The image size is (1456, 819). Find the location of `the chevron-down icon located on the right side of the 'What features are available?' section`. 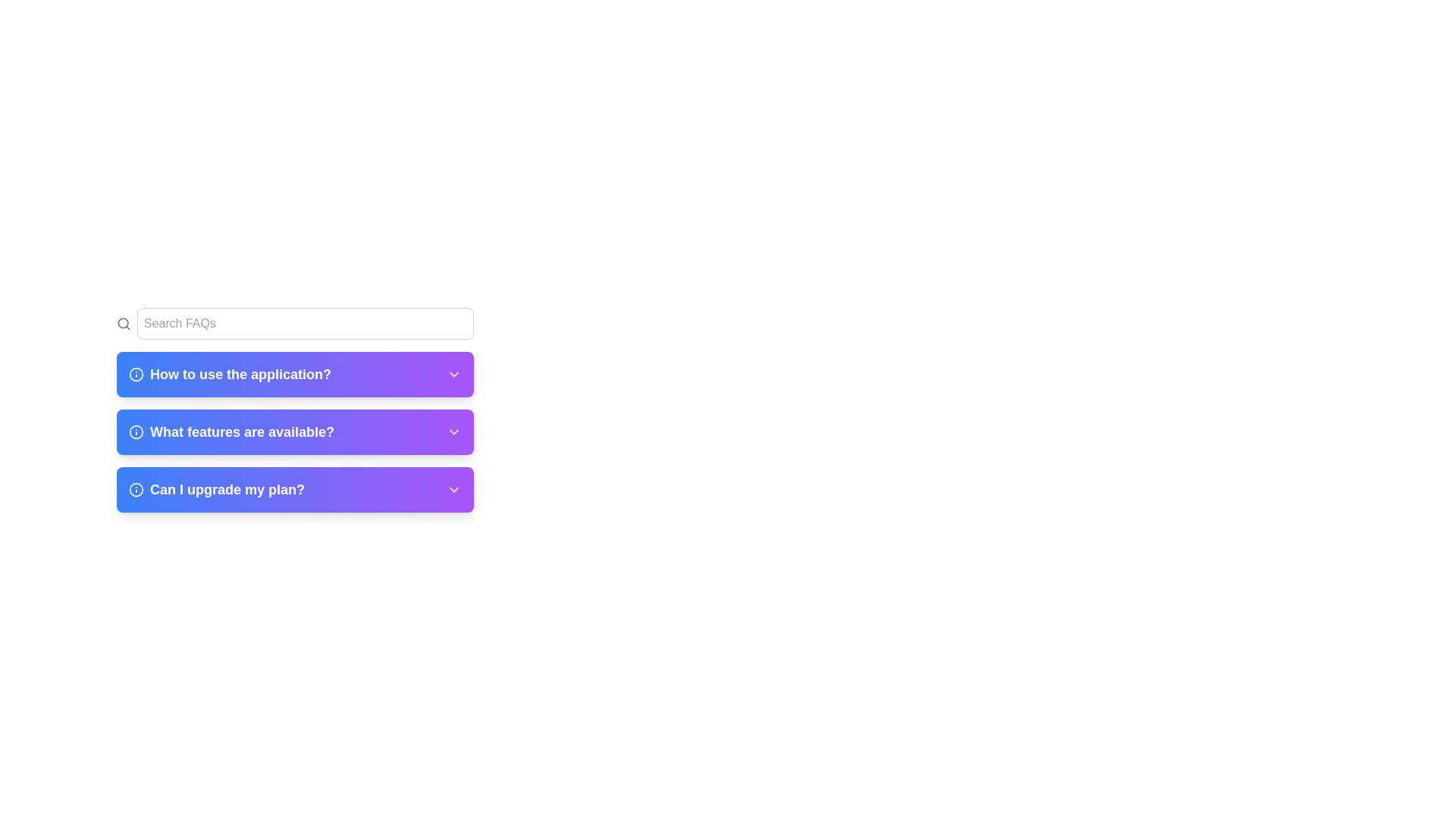

the chevron-down icon located on the right side of the 'What features are available?' section is located at coordinates (453, 432).